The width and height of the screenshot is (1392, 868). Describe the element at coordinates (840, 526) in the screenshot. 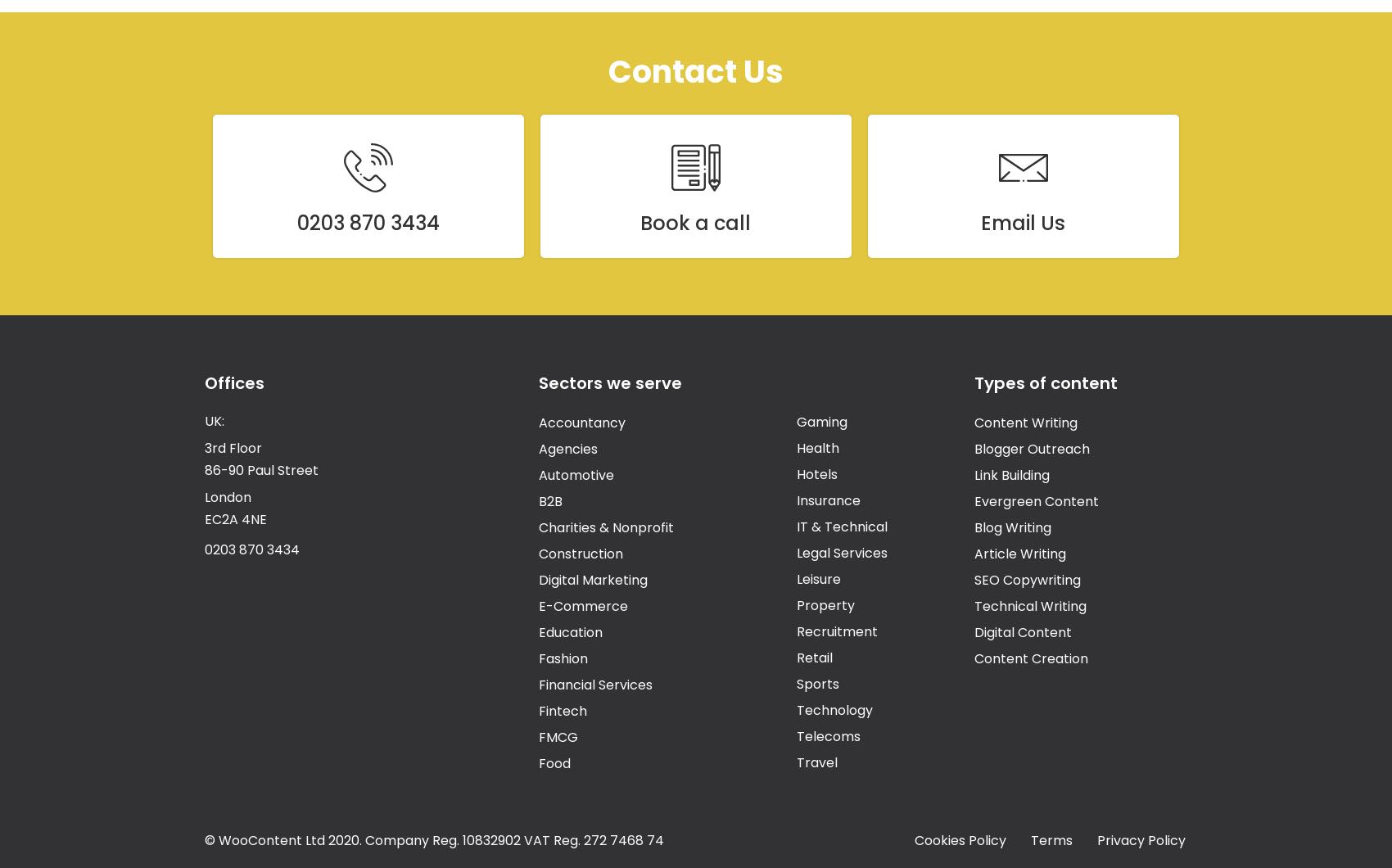

I see `'IT & Technical'` at that location.